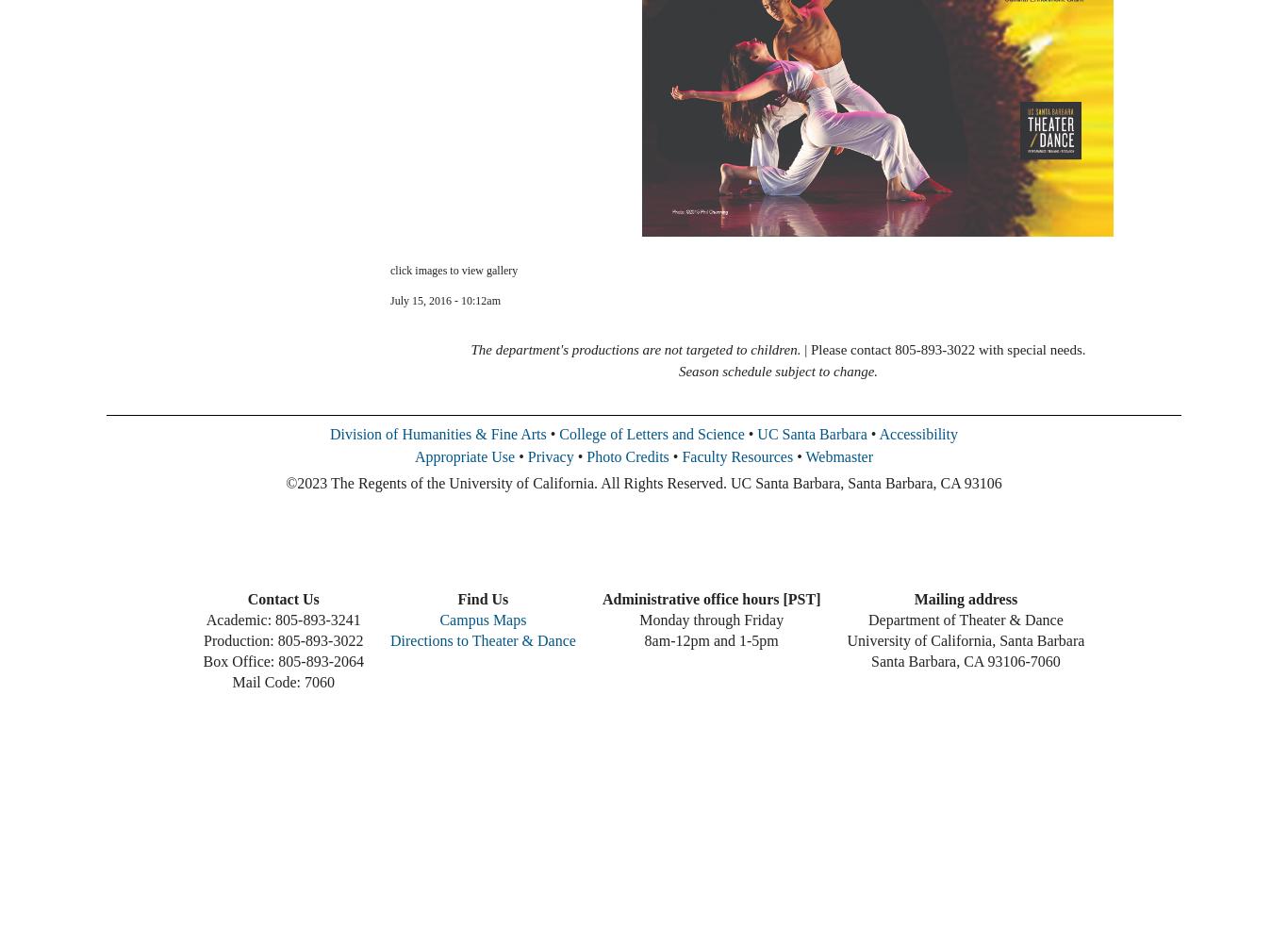  Describe the element at coordinates (305, 483) in the screenshot. I see `'©2023'` at that location.